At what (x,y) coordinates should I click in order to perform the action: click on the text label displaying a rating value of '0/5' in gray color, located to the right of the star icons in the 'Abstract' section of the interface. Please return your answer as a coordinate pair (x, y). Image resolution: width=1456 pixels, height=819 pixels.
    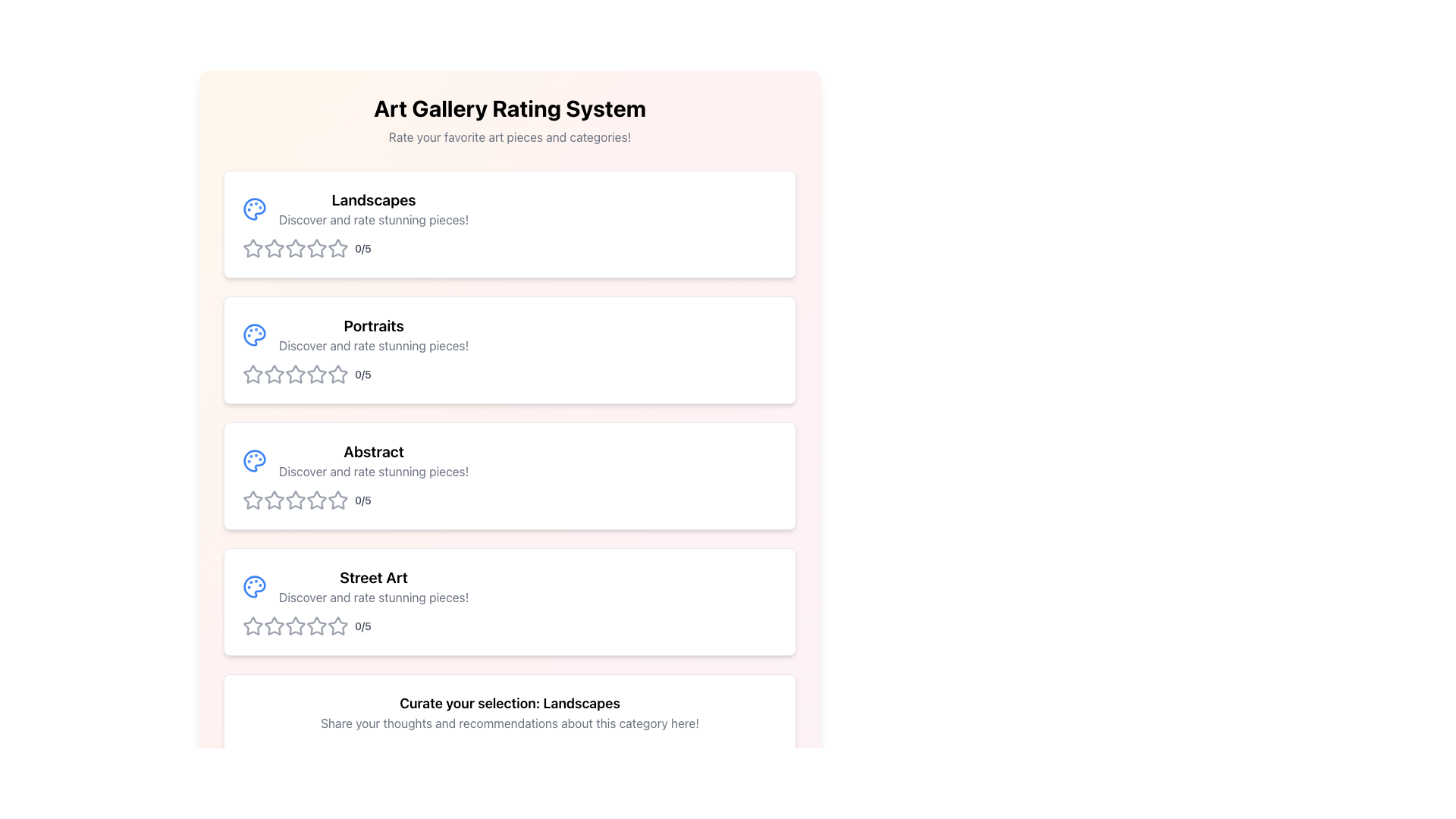
    Looking at the image, I should click on (362, 500).